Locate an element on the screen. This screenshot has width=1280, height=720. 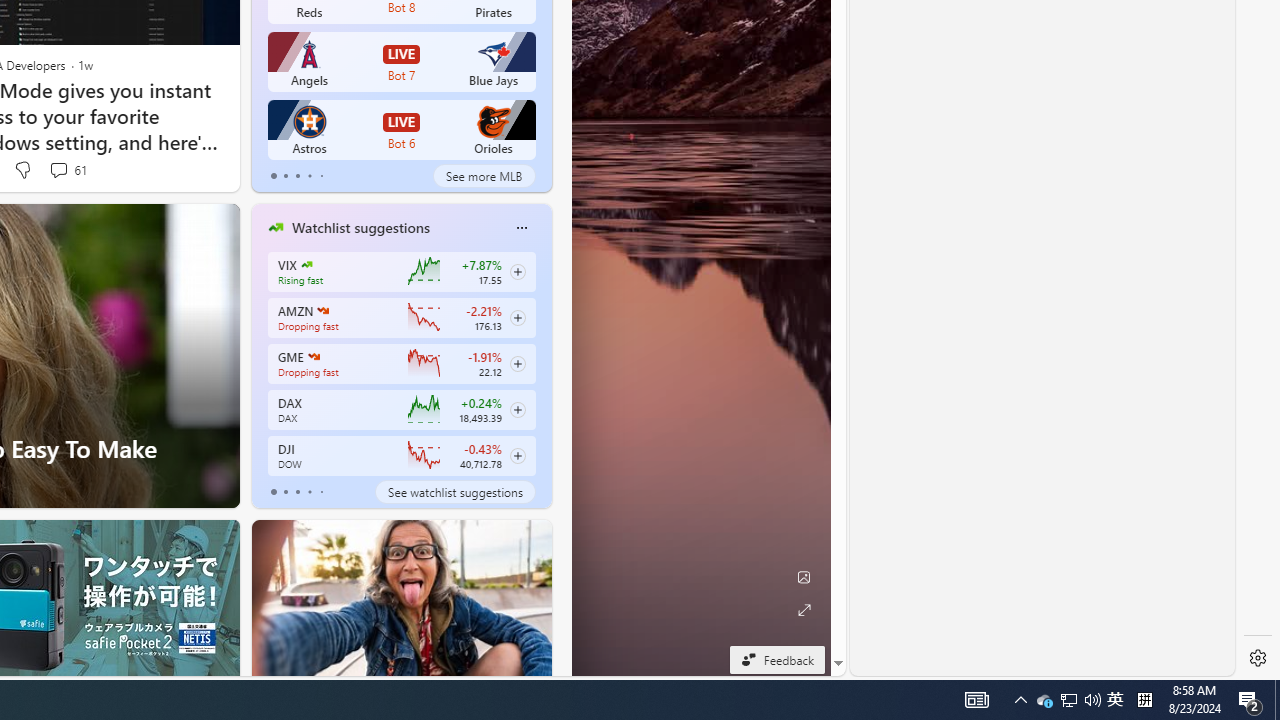
'CBOE Market Volatility Index' is located at coordinates (305, 263).